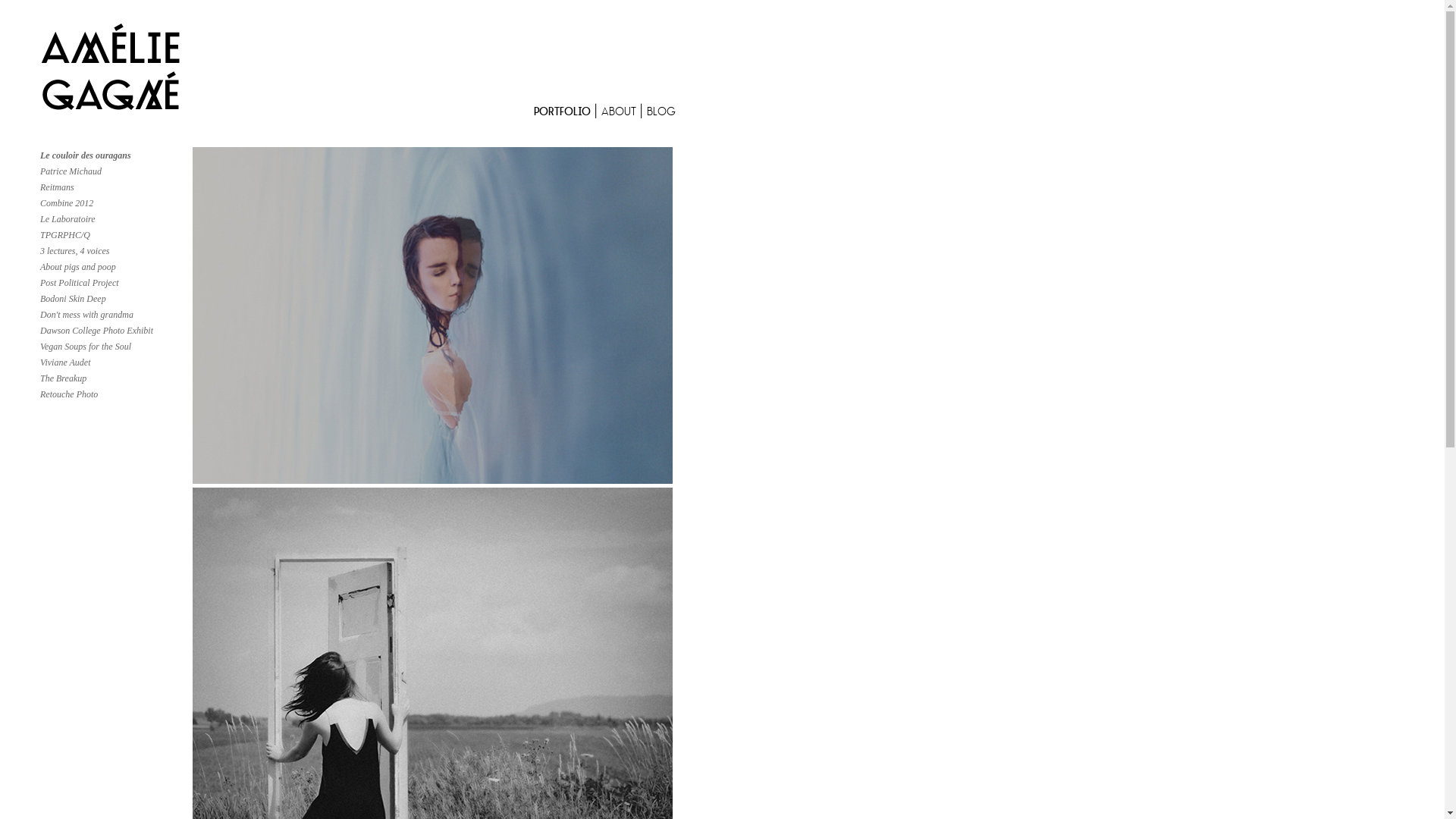 The width and height of the screenshot is (1456, 819). What do you see at coordinates (661, 111) in the screenshot?
I see `'BLOG'` at bounding box center [661, 111].